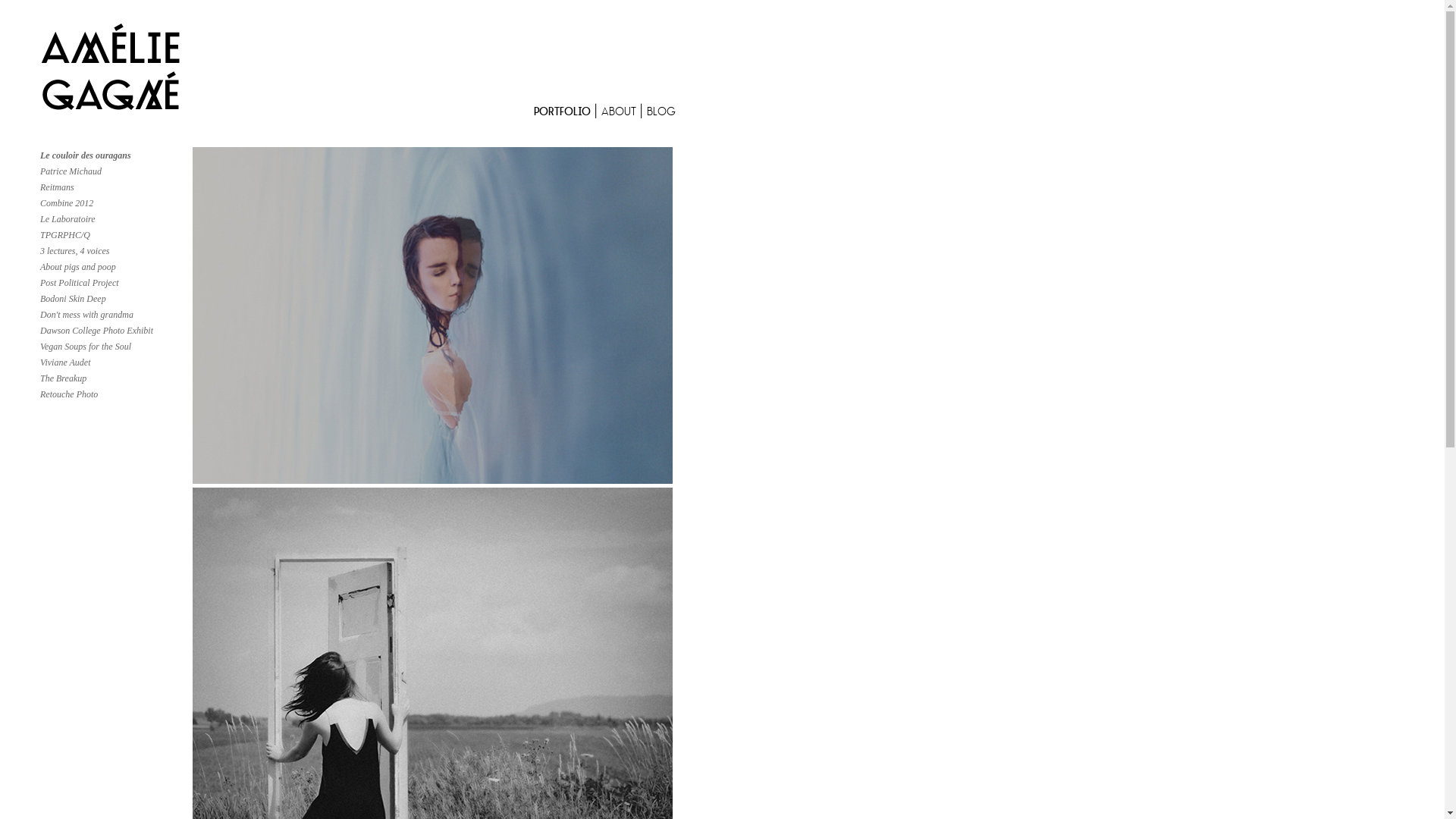 The width and height of the screenshot is (1456, 819). What do you see at coordinates (661, 111) in the screenshot?
I see `'BLOG'` at bounding box center [661, 111].